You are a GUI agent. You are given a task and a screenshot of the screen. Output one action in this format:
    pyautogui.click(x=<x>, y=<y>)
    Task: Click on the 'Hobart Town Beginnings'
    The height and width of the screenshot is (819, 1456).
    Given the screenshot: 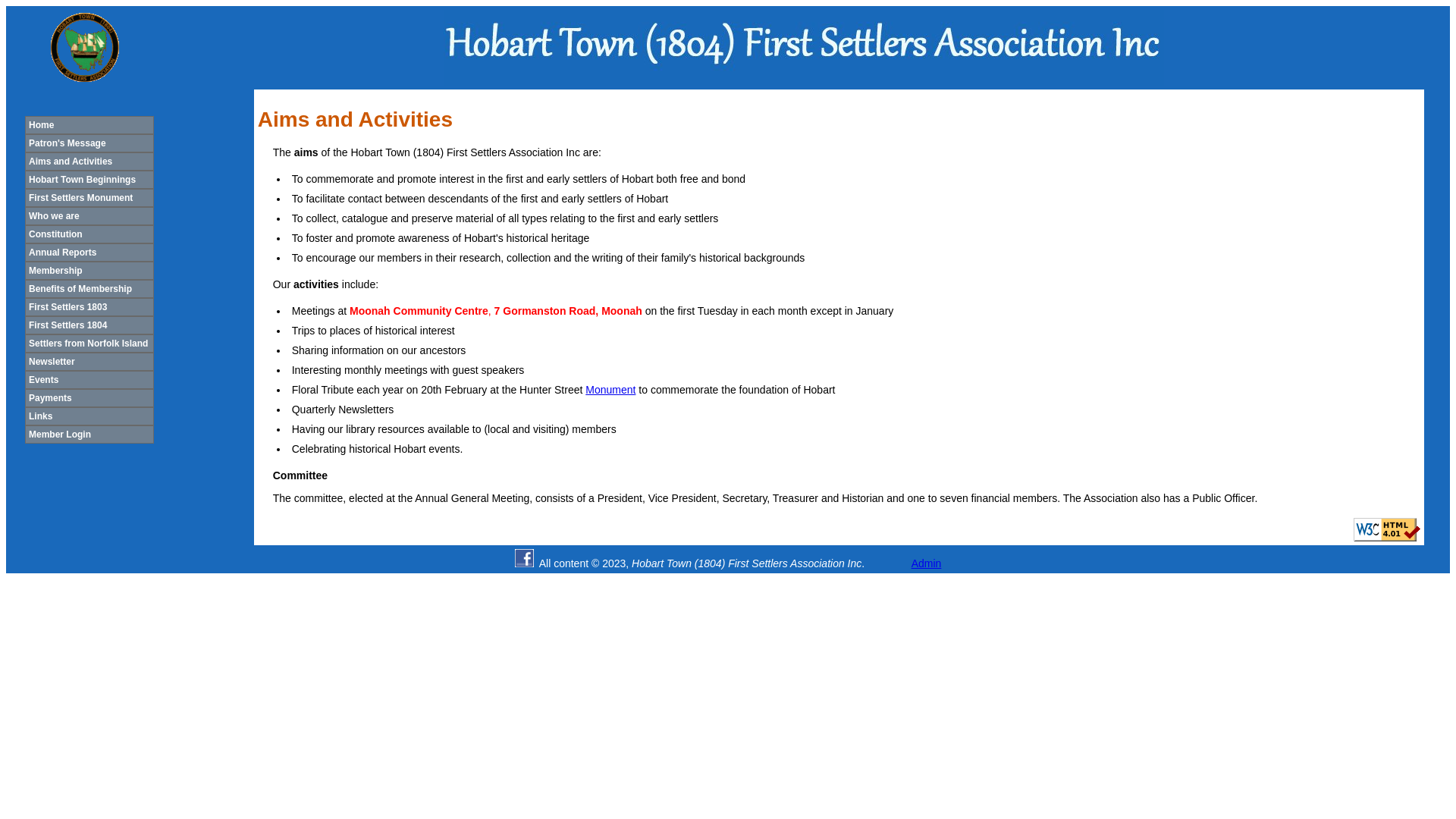 What is the action you would take?
    pyautogui.click(x=89, y=178)
    